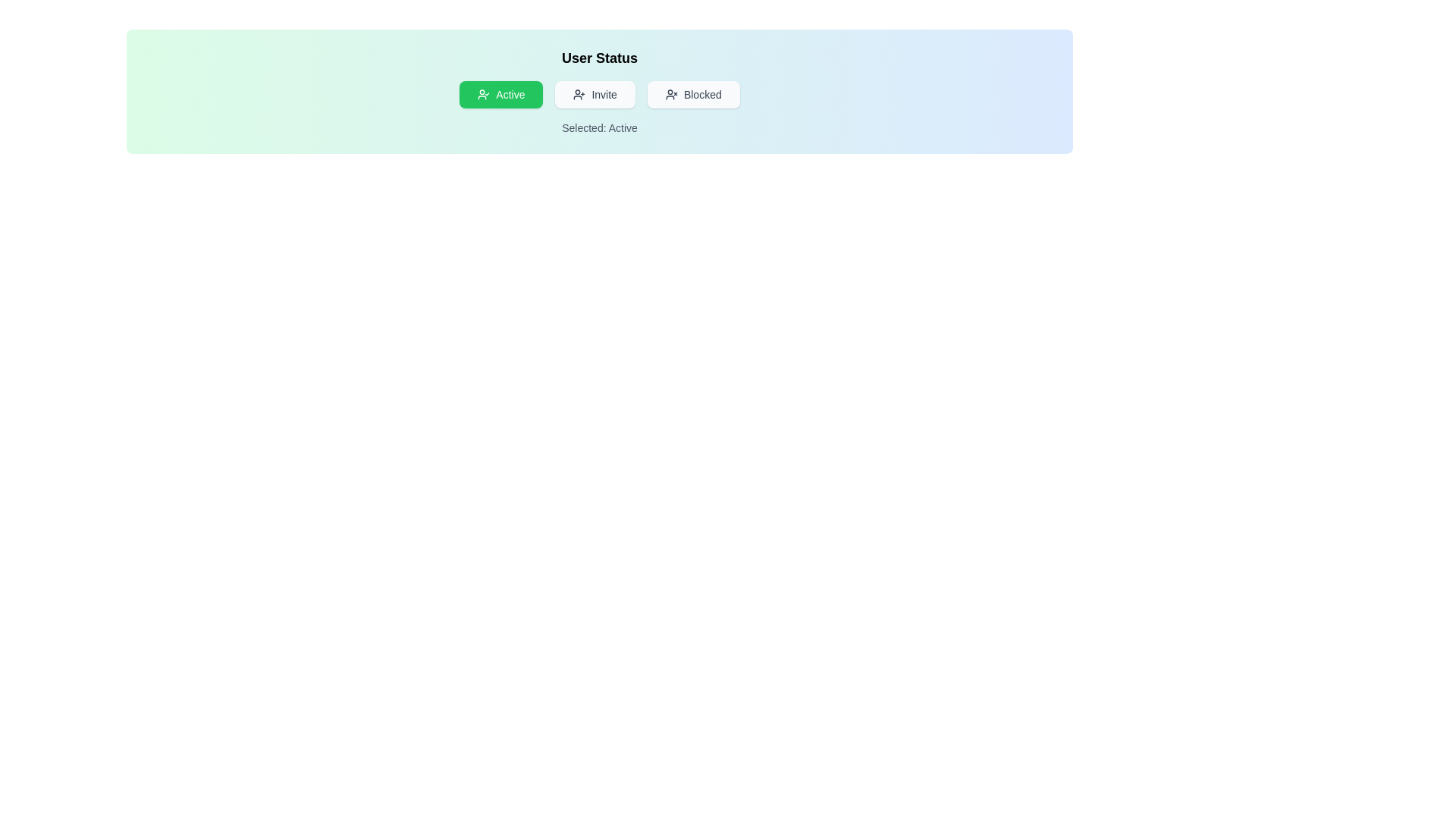 The height and width of the screenshot is (819, 1456). I want to click on the chip labeled Invite, so click(595, 94).